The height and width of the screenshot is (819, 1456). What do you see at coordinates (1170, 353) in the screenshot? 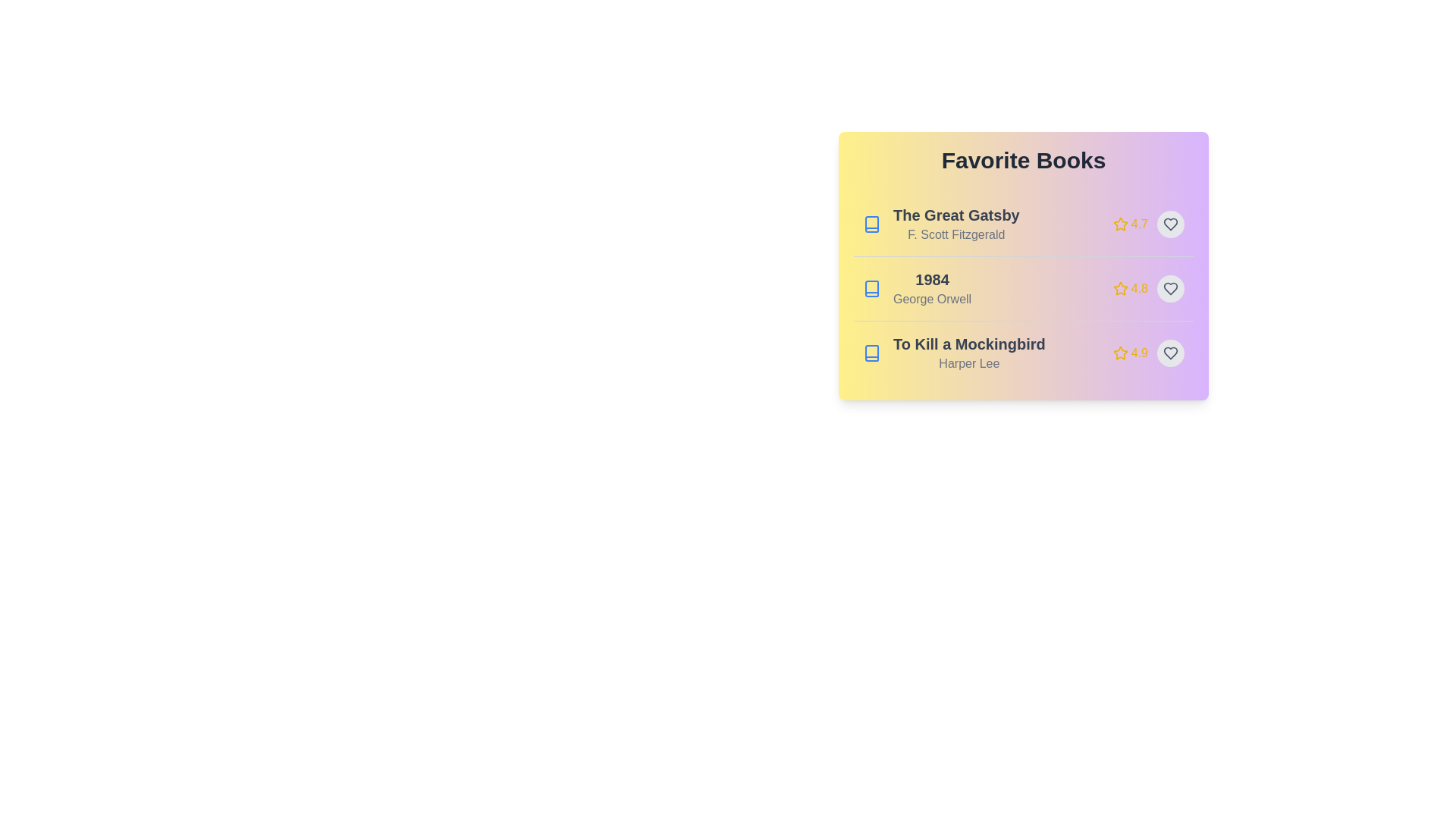
I see `heart icon to toggle the 'liked' state of the book titled To Kill a Mockingbird` at bounding box center [1170, 353].